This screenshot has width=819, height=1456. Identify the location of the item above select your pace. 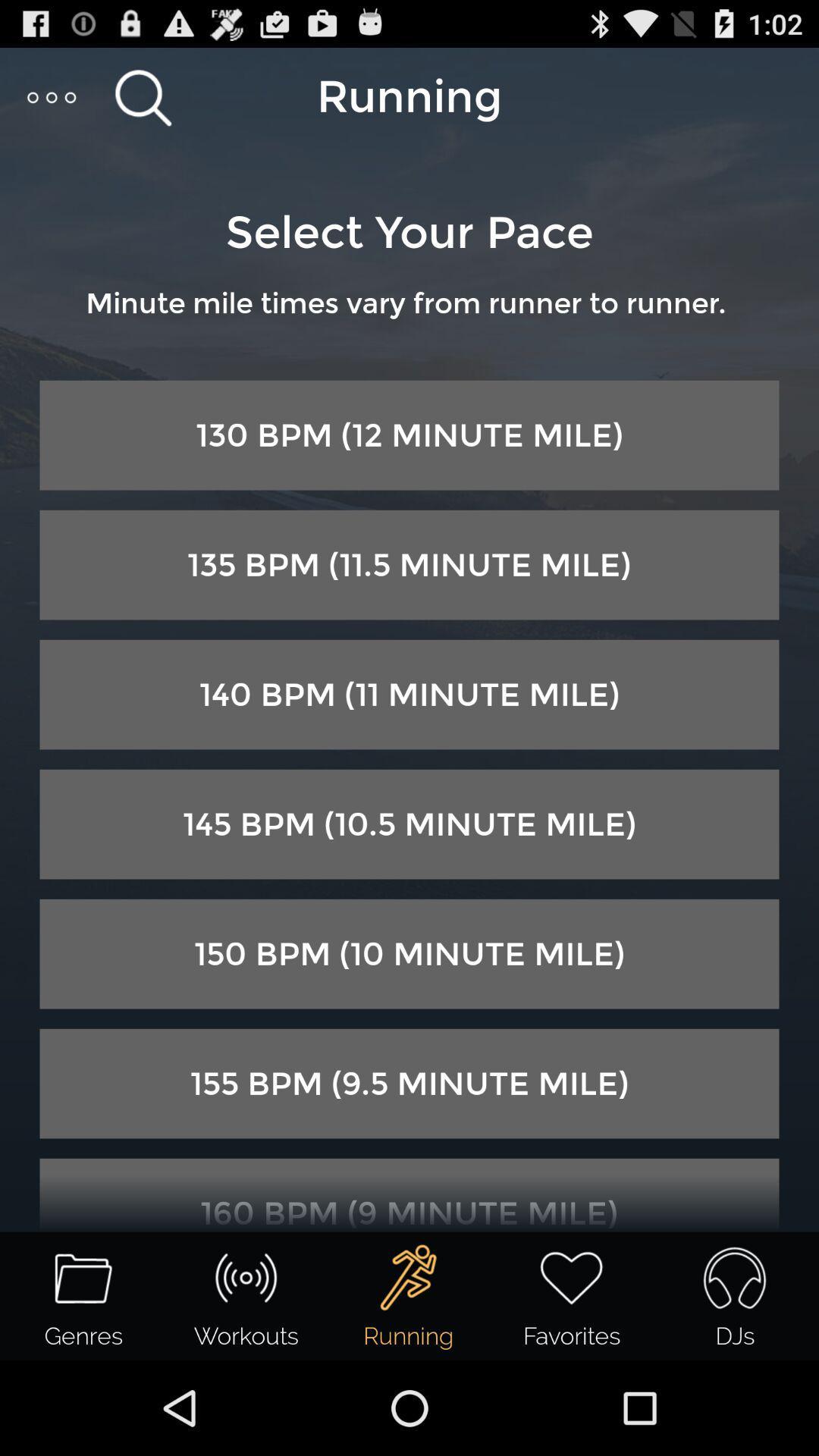
(52, 96).